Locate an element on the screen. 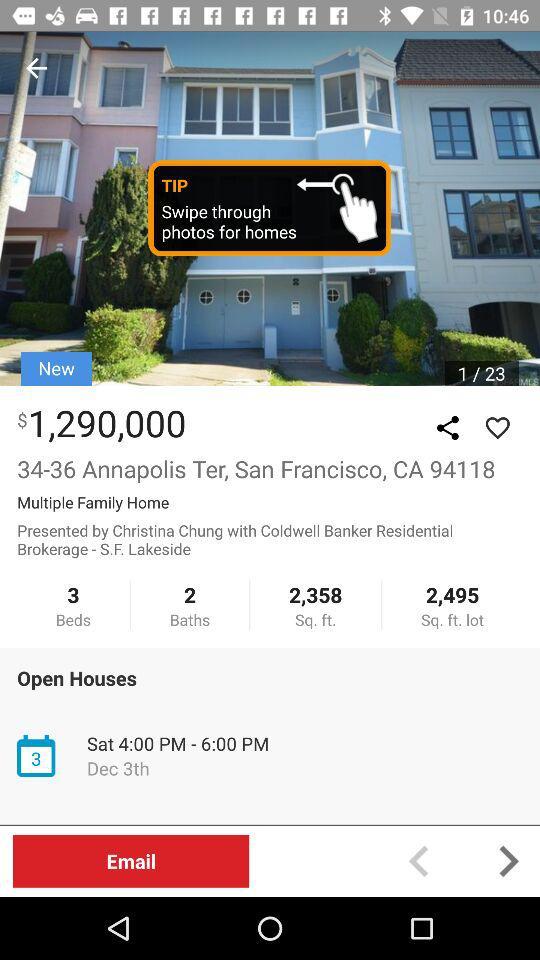  the arrow_backward icon is located at coordinates (418, 860).